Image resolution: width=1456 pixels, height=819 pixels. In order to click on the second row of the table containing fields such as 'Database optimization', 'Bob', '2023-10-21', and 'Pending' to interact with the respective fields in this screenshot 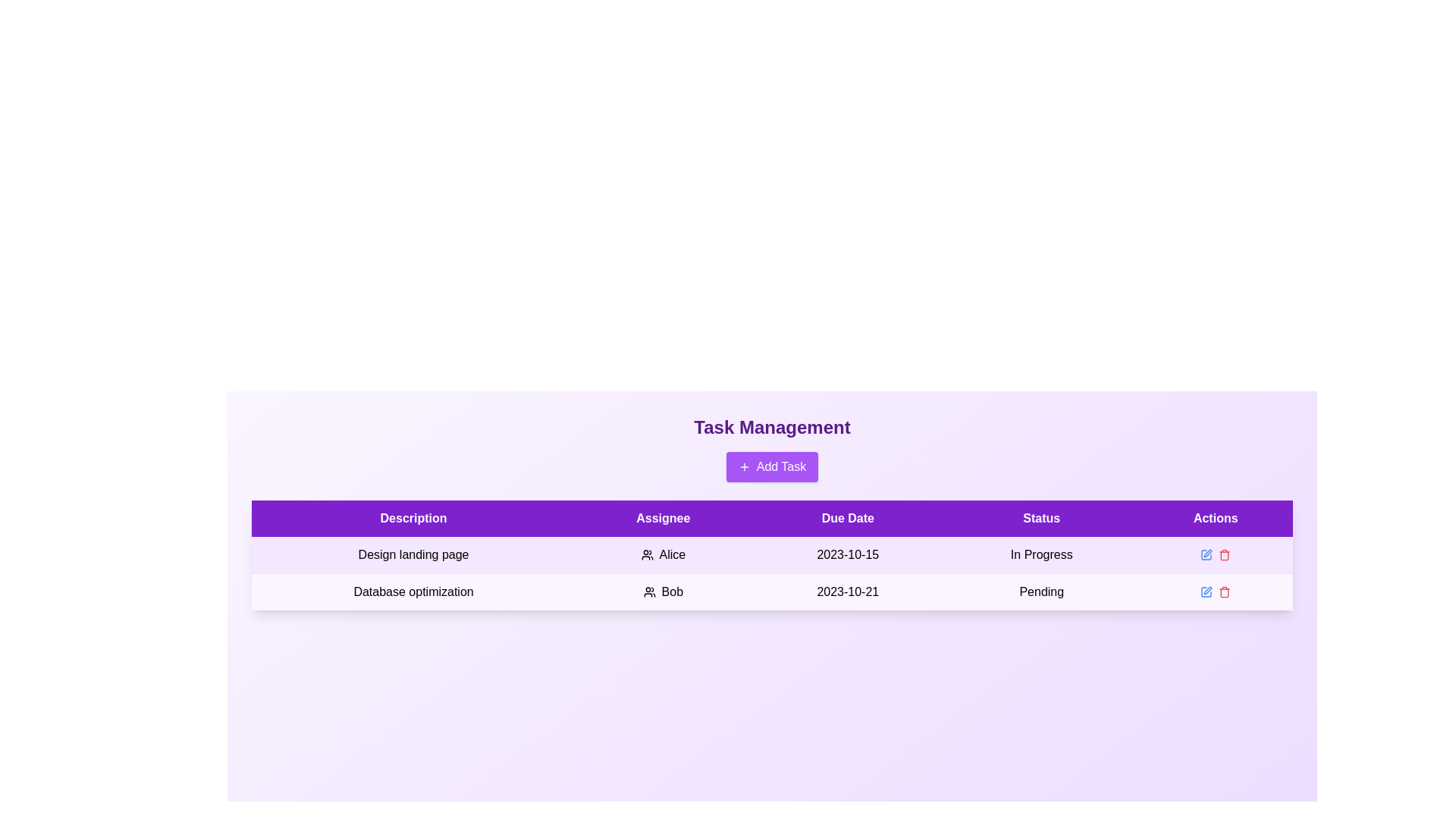, I will do `click(772, 591)`.